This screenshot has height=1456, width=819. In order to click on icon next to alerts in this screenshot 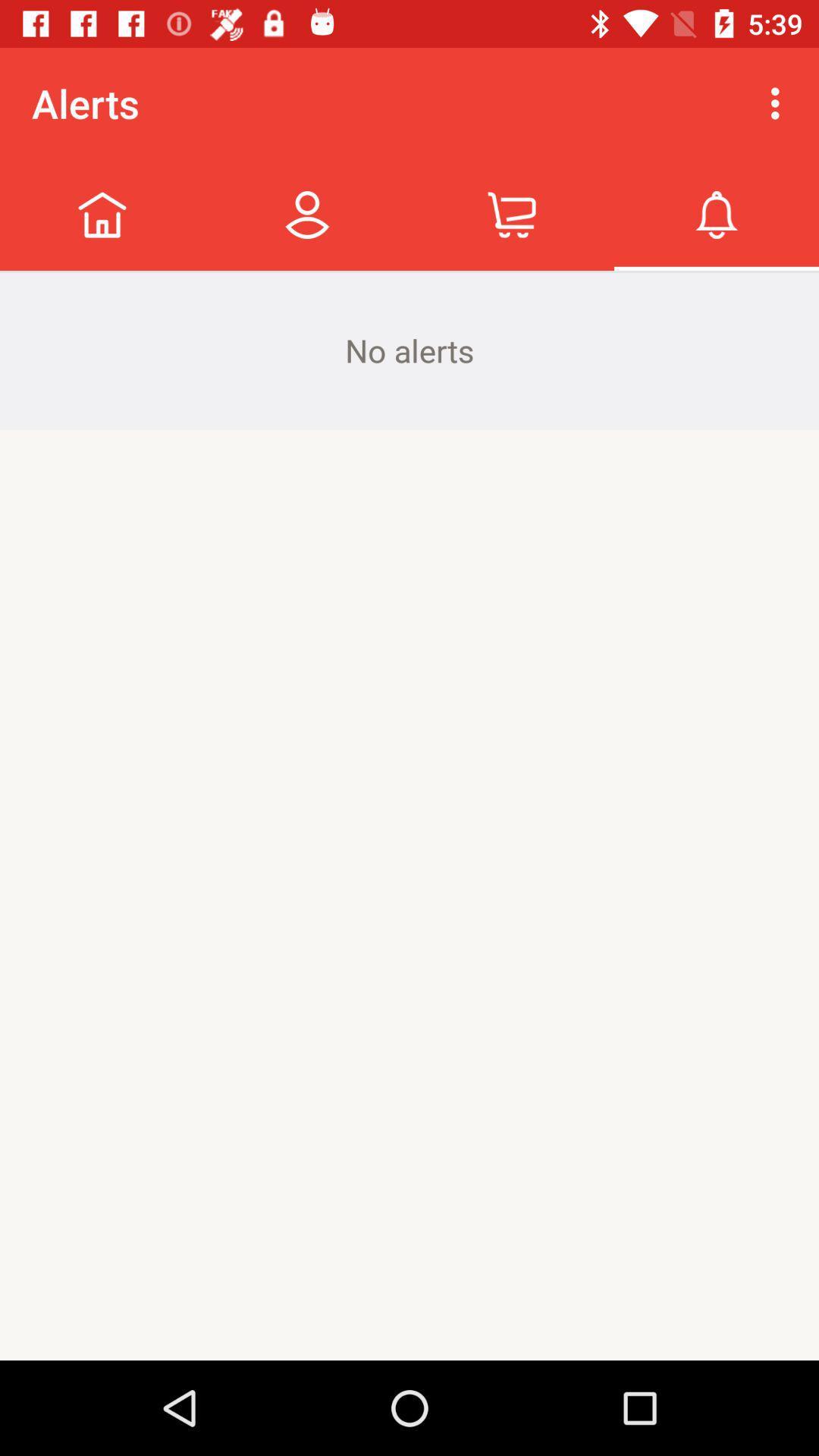, I will do `click(779, 102)`.